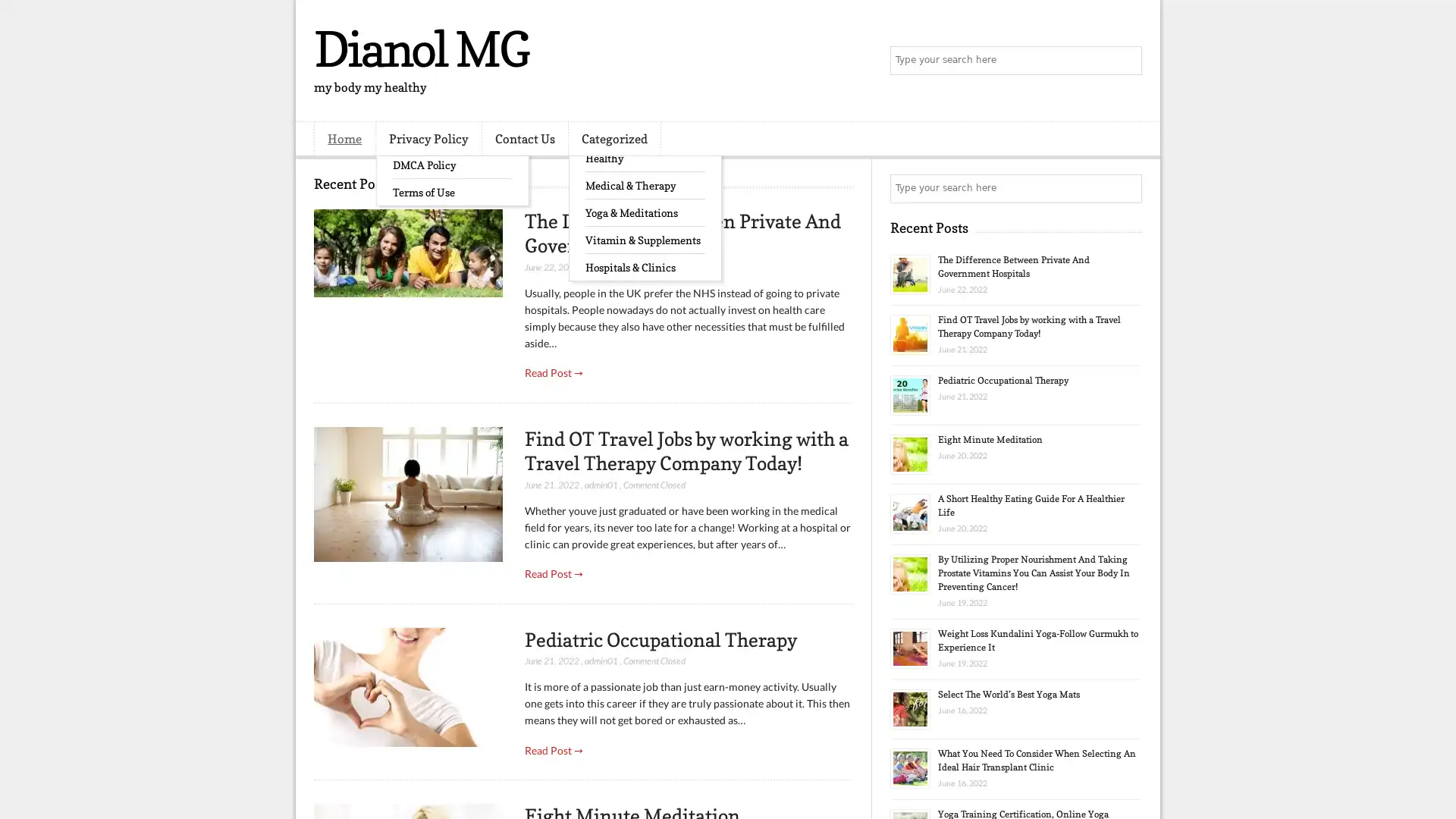  Describe the element at coordinates (1126, 61) in the screenshot. I see `Search` at that location.